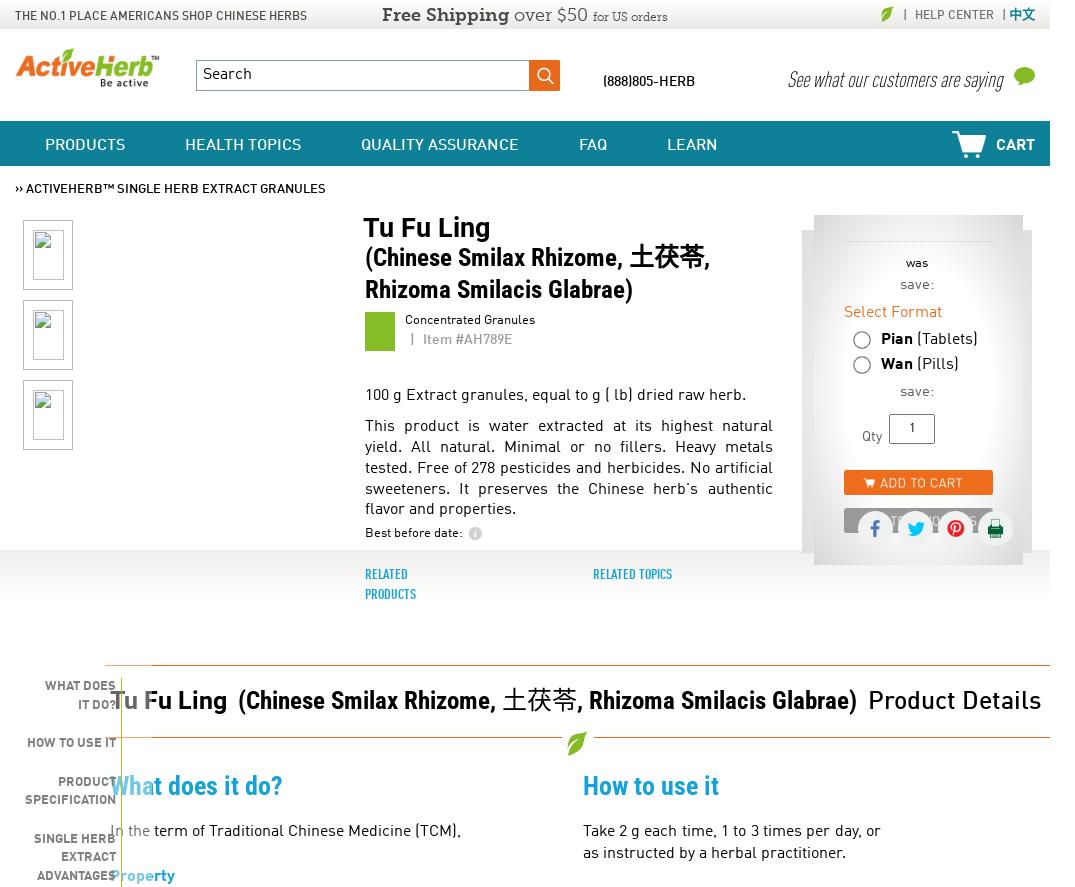  Describe the element at coordinates (467, 339) in the screenshot. I see `'Item #AH789E'` at that location.